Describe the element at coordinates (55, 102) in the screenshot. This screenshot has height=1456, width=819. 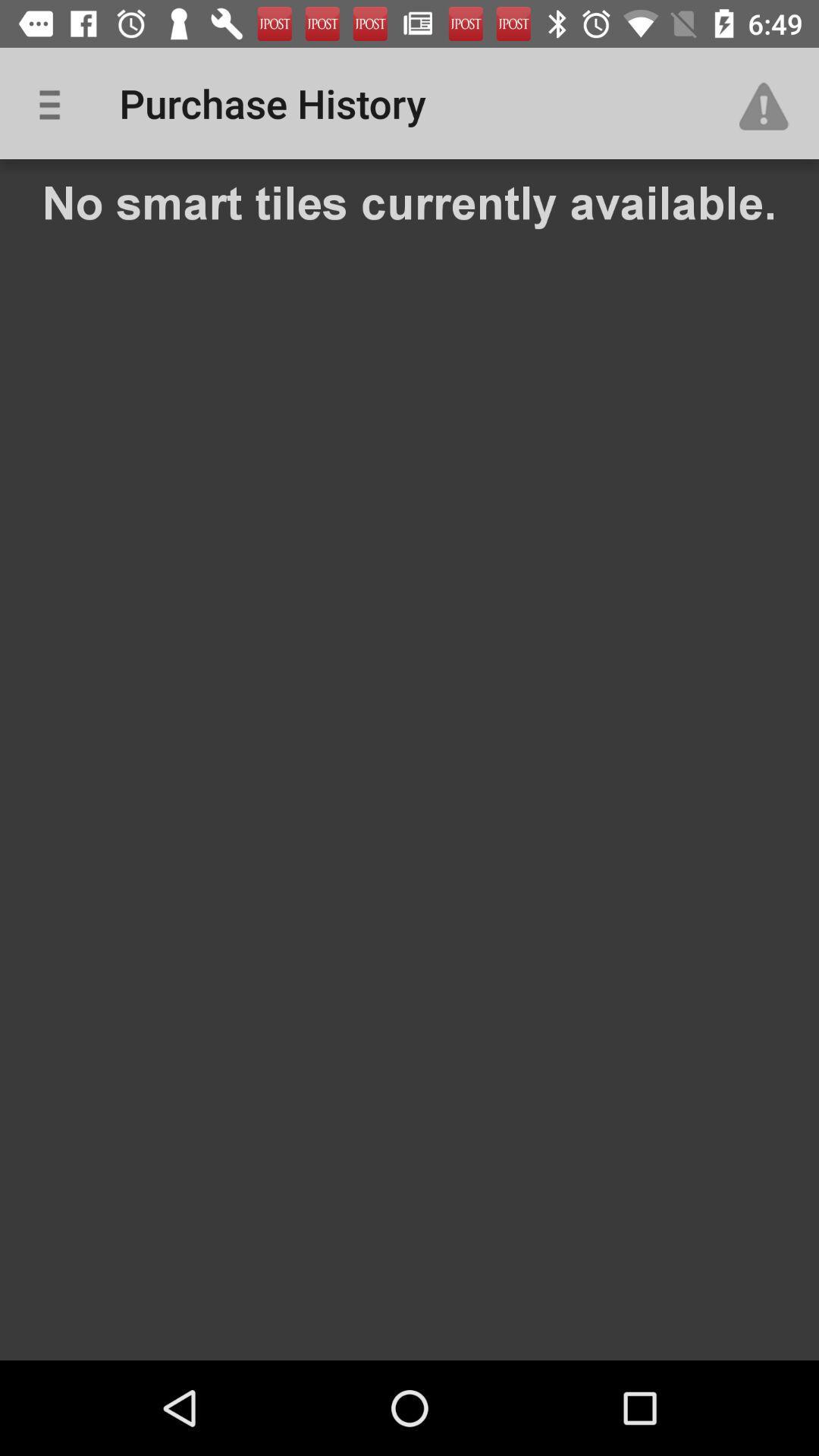
I see `the app to the left of the purchase history item` at that location.